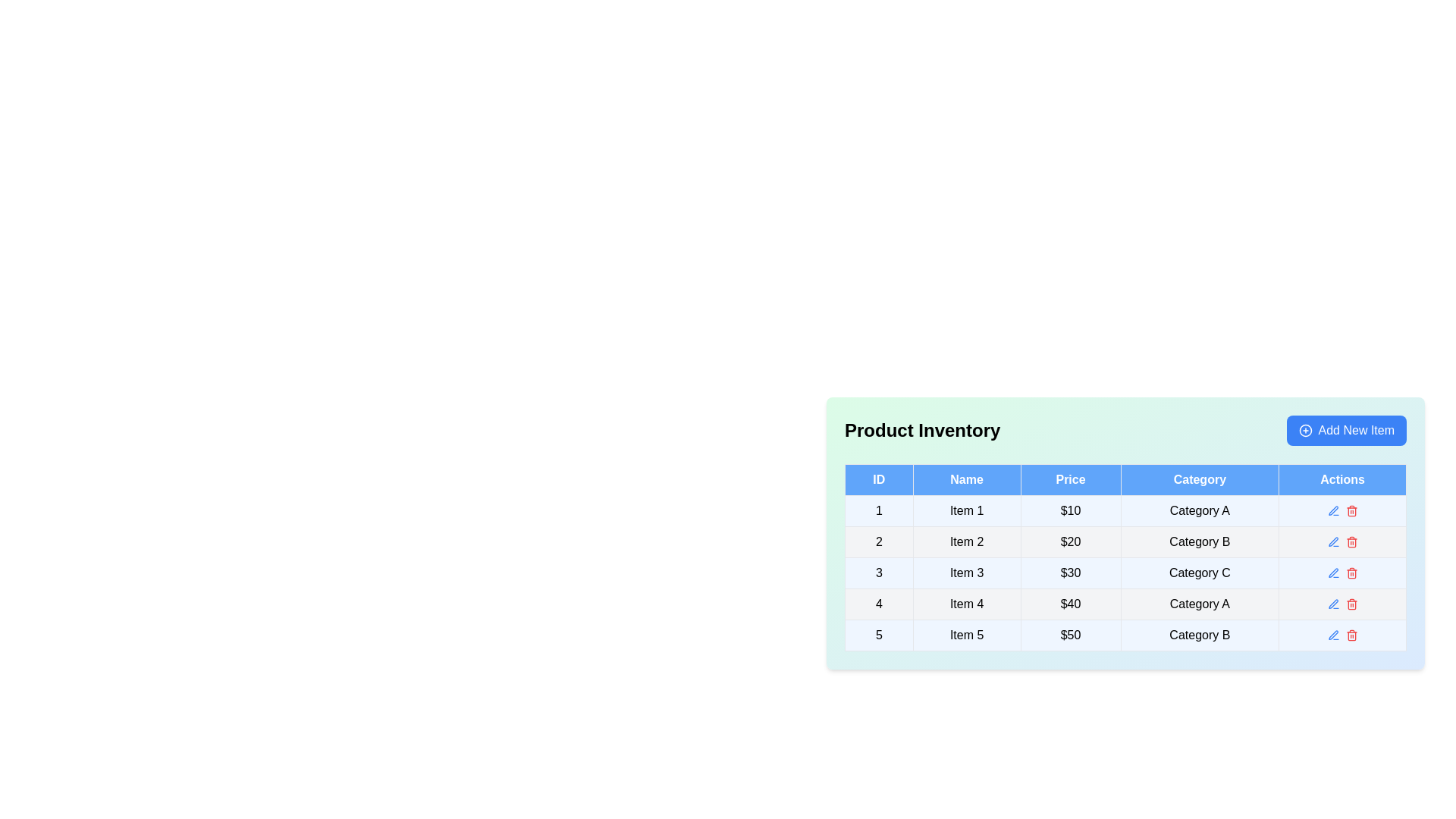 This screenshot has width=1456, height=819. I want to click on the numeric textual component displaying '3' in black, located in the first cell of the third row of the table, which is directly below the cell containing '2', so click(879, 573).